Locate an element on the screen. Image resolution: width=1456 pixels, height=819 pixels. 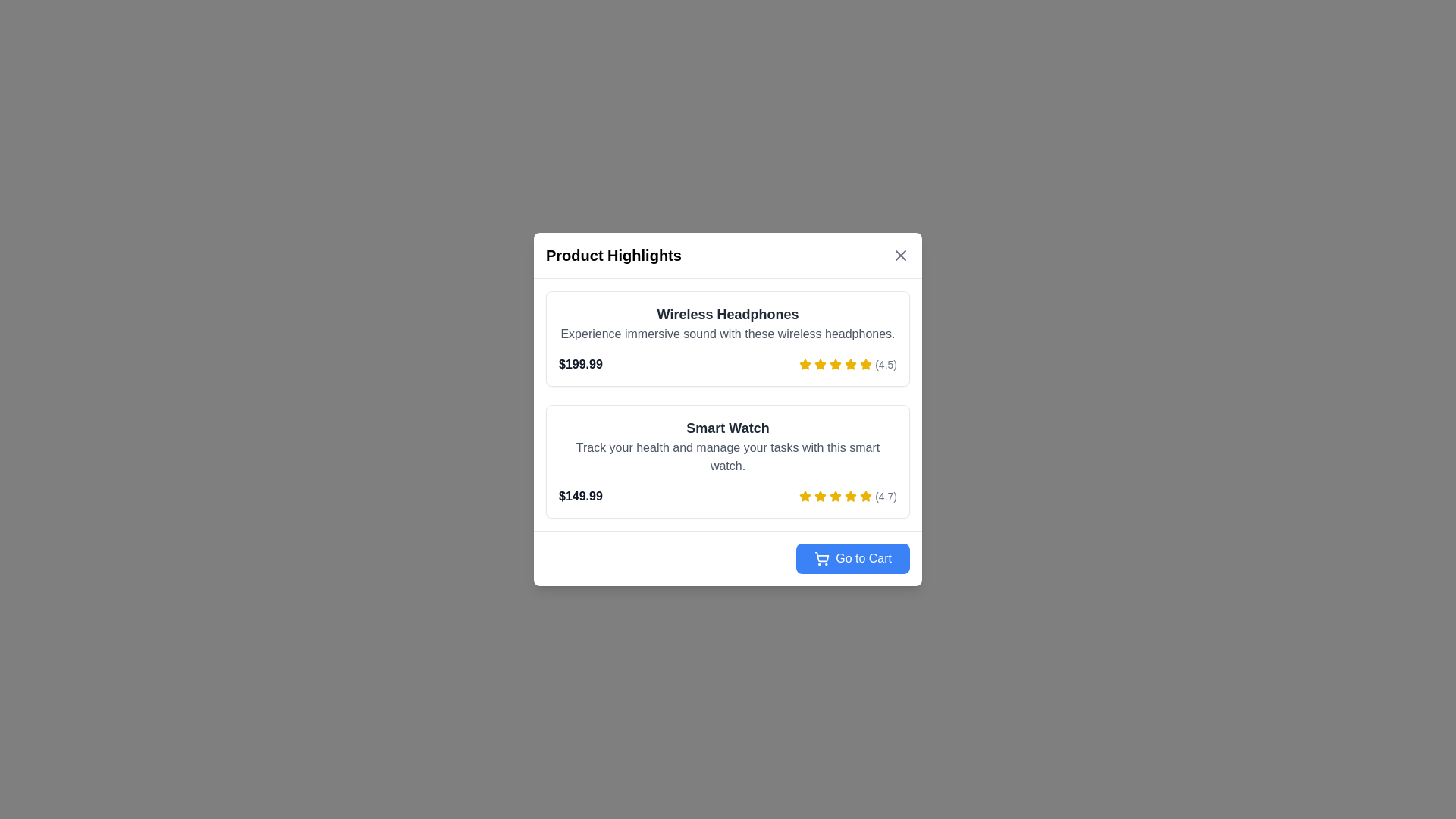
the title text element displaying 'Wireless Headphones', which is styled in bold and large dark gray font and is located directly above the description text is located at coordinates (728, 314).